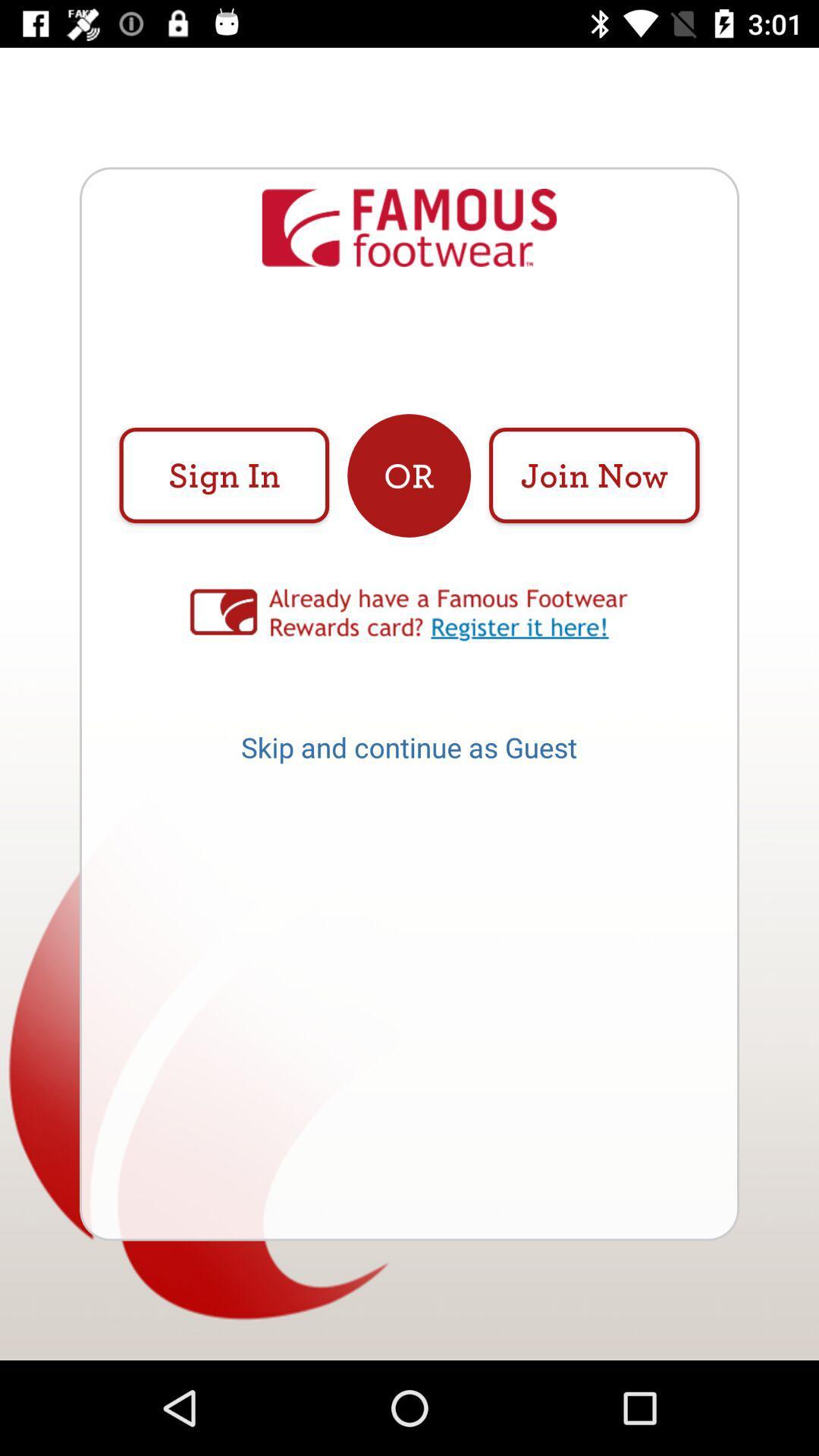 The height and width of the screenshot is (1456, 819). Describe the element at coordinates (408, 752) in the screenshot. I see `skip and continue` at that location.